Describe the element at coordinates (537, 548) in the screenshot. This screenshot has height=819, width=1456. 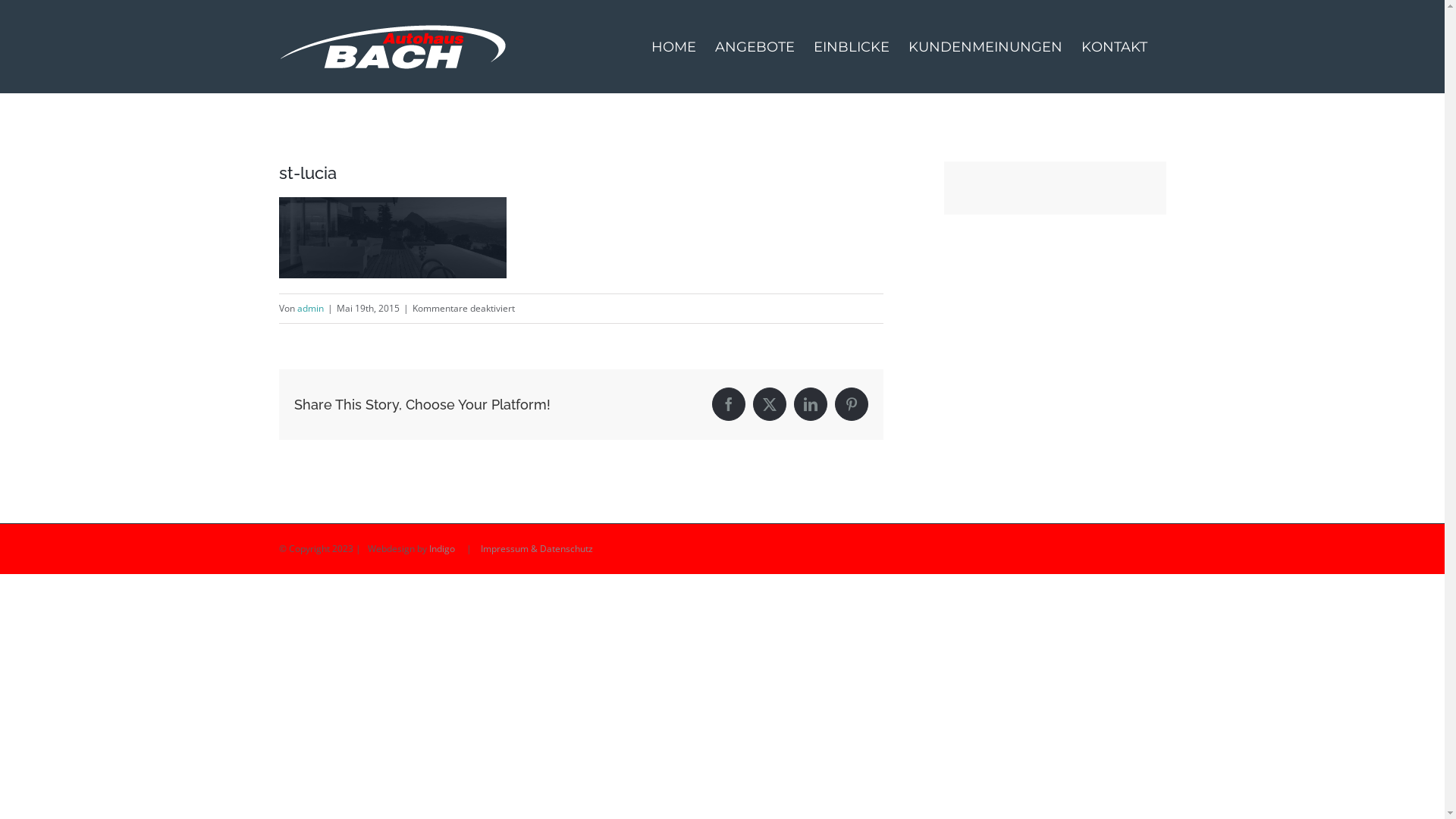
I see `'Impressum & Datenschutz'` at that location.